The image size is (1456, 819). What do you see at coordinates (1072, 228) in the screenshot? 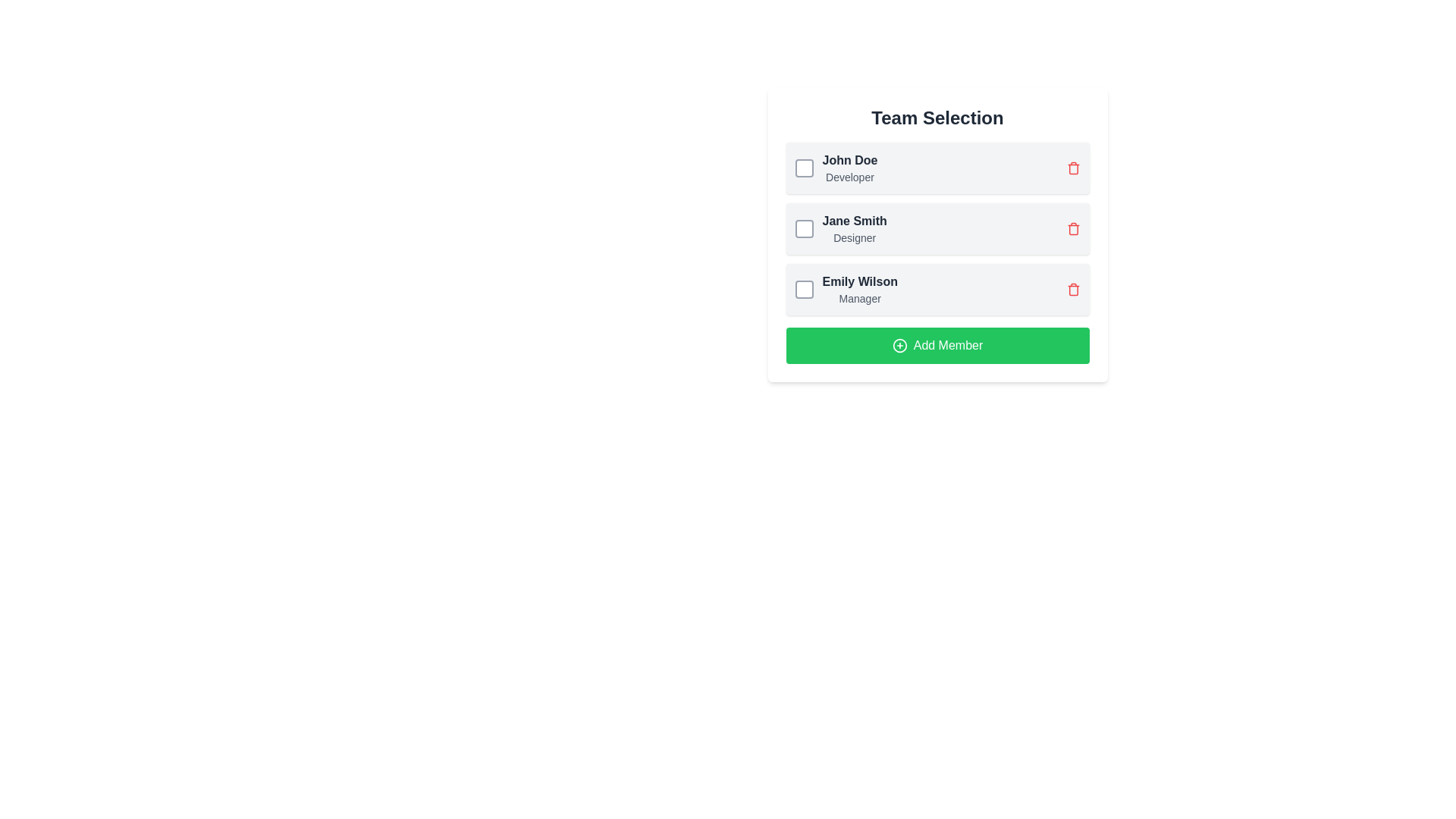
I see `the delete button (trash can) positioned to the far right of the row containing 'Jane Smith' and 'Designer'` at bounding box center [1072, 228].